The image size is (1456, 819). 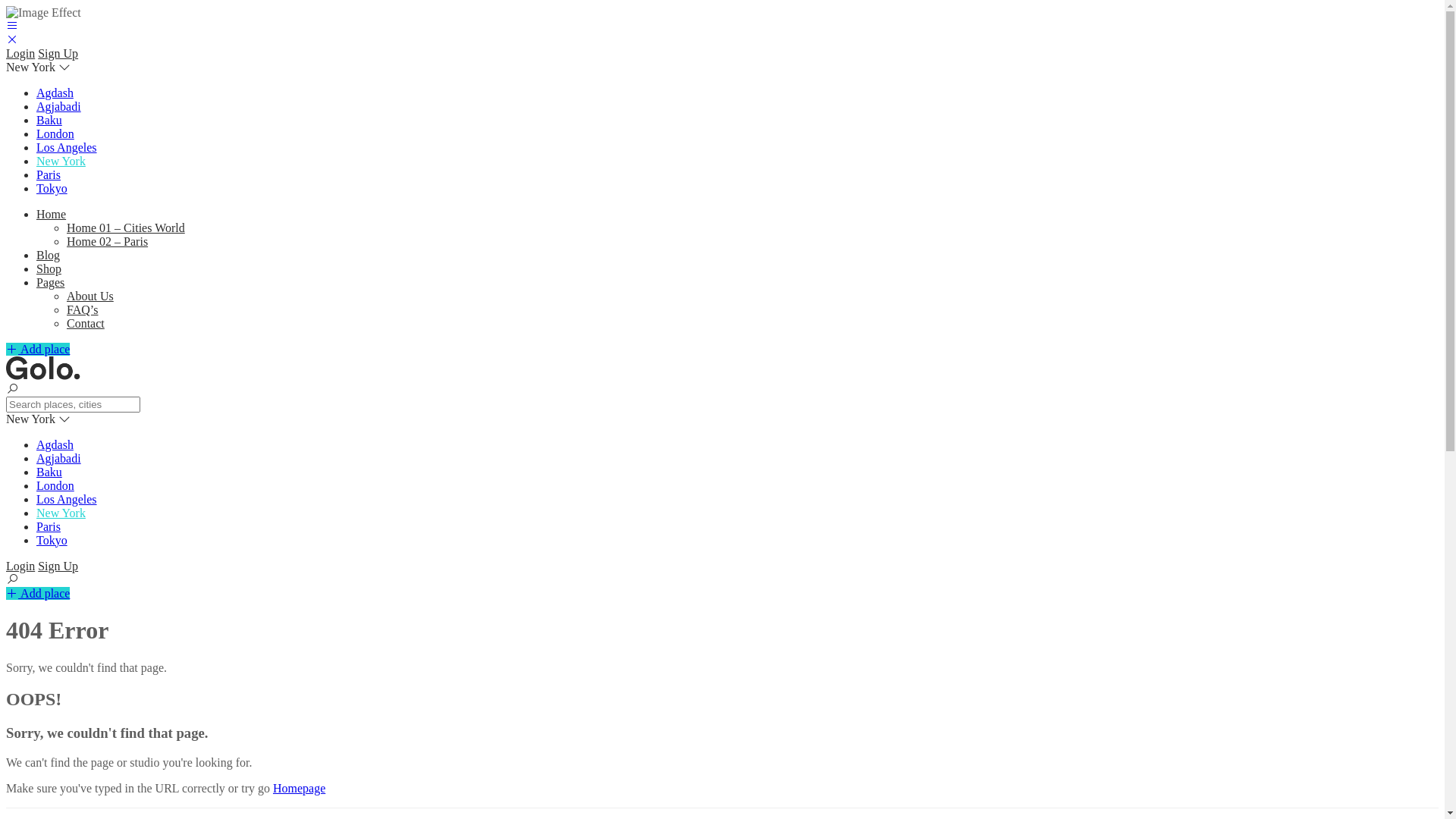 What do you see at coordinates (49, 119) in the screenshot?
I see `'Baku'` at bounding box center [49, 119].